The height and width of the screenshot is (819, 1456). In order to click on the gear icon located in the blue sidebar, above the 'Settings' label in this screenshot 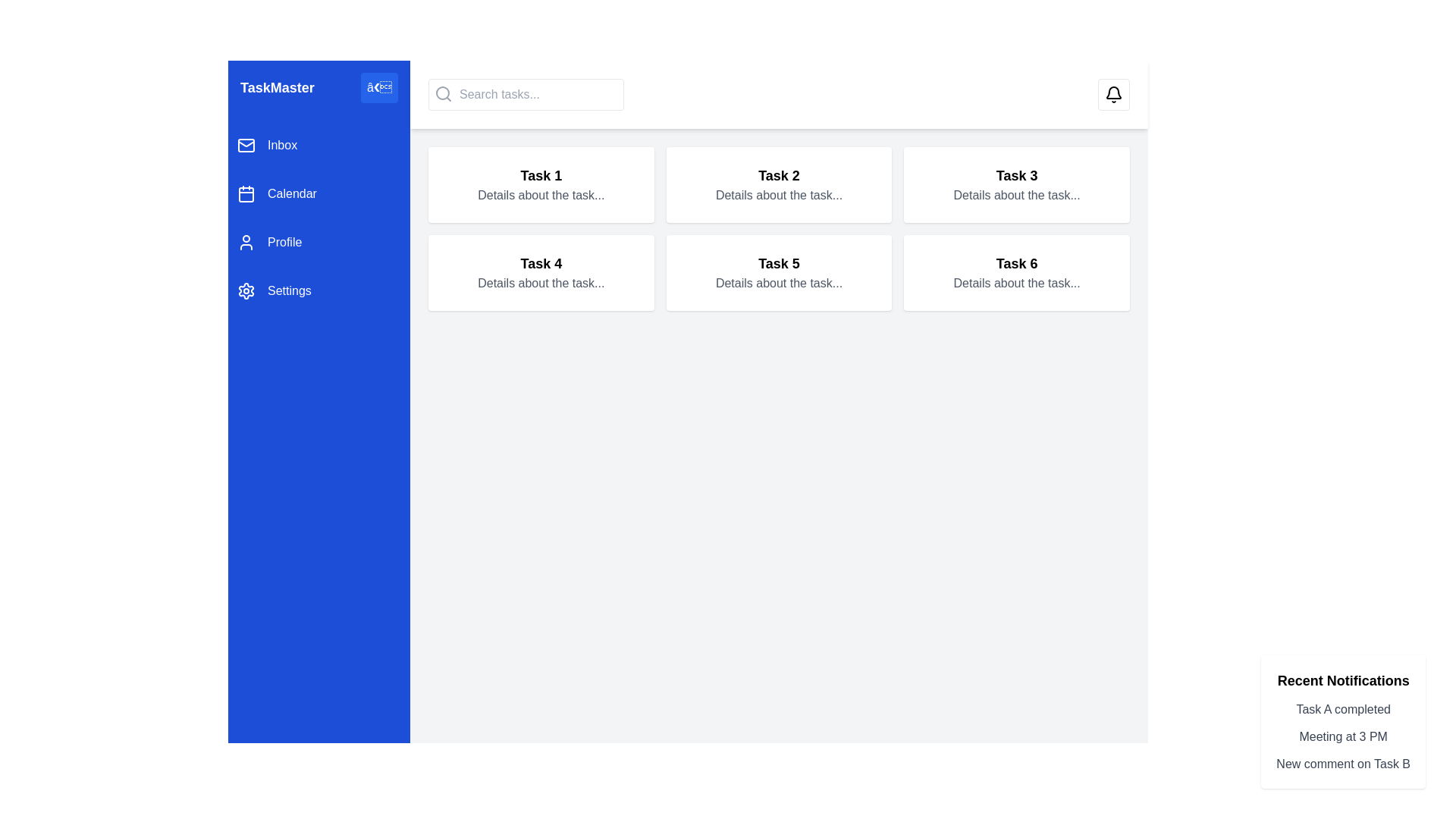, I will do `click(246, 291)`.